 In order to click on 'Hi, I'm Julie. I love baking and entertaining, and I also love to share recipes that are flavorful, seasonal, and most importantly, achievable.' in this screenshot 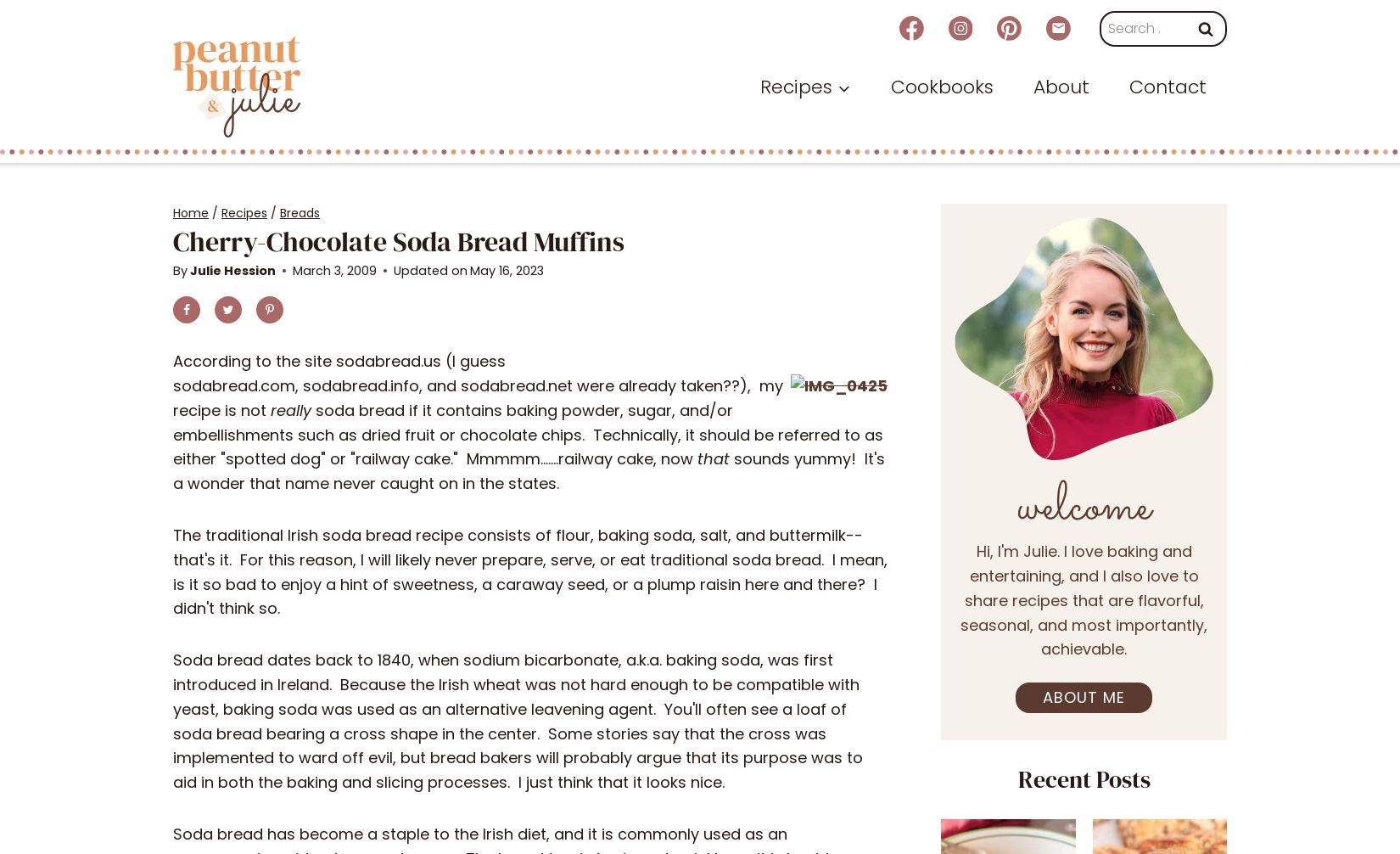, I will do `click(1083, 600)`.